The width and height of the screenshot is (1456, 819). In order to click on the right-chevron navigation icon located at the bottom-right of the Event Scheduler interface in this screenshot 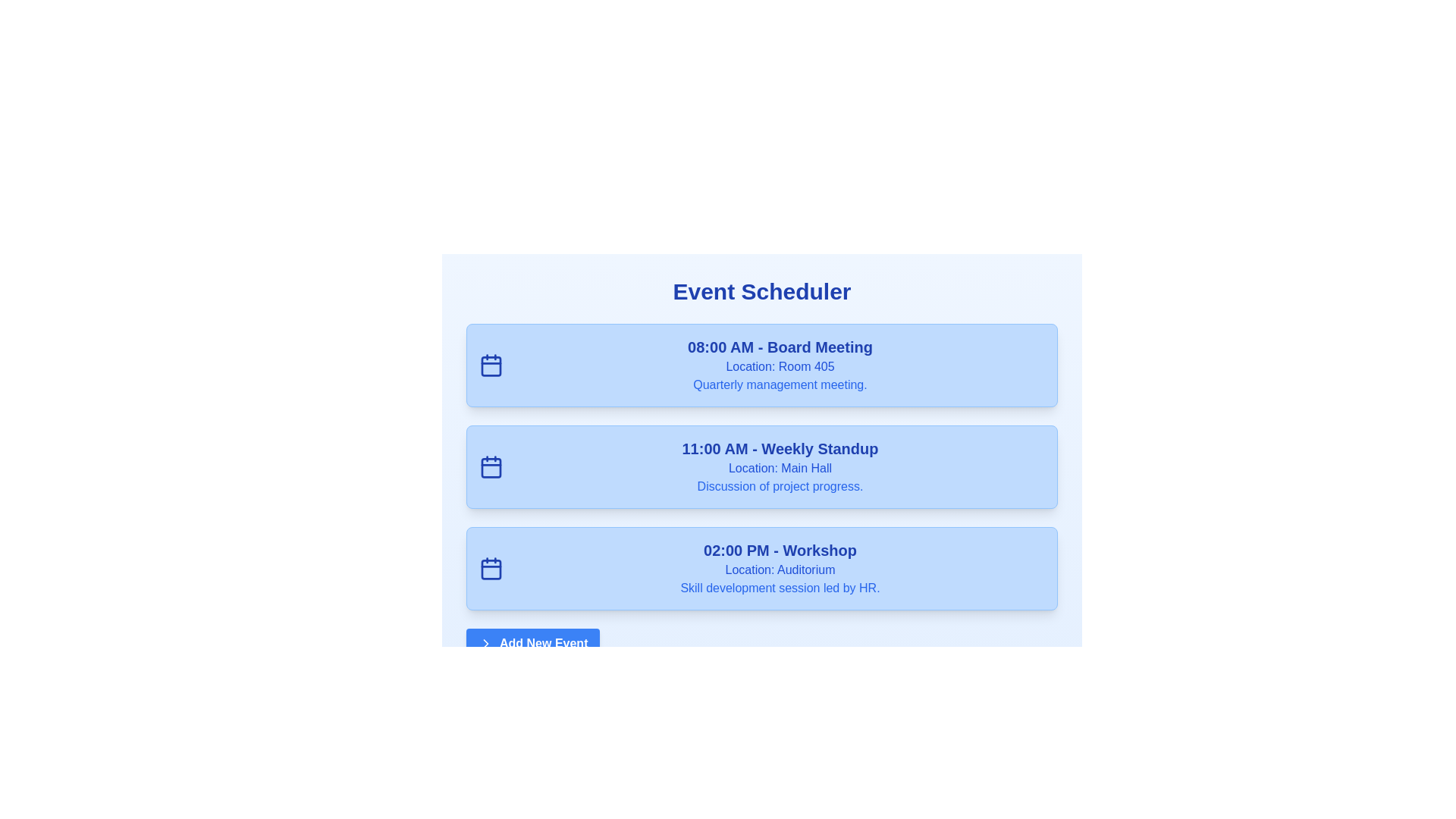, I will do `click(486, 643)`.